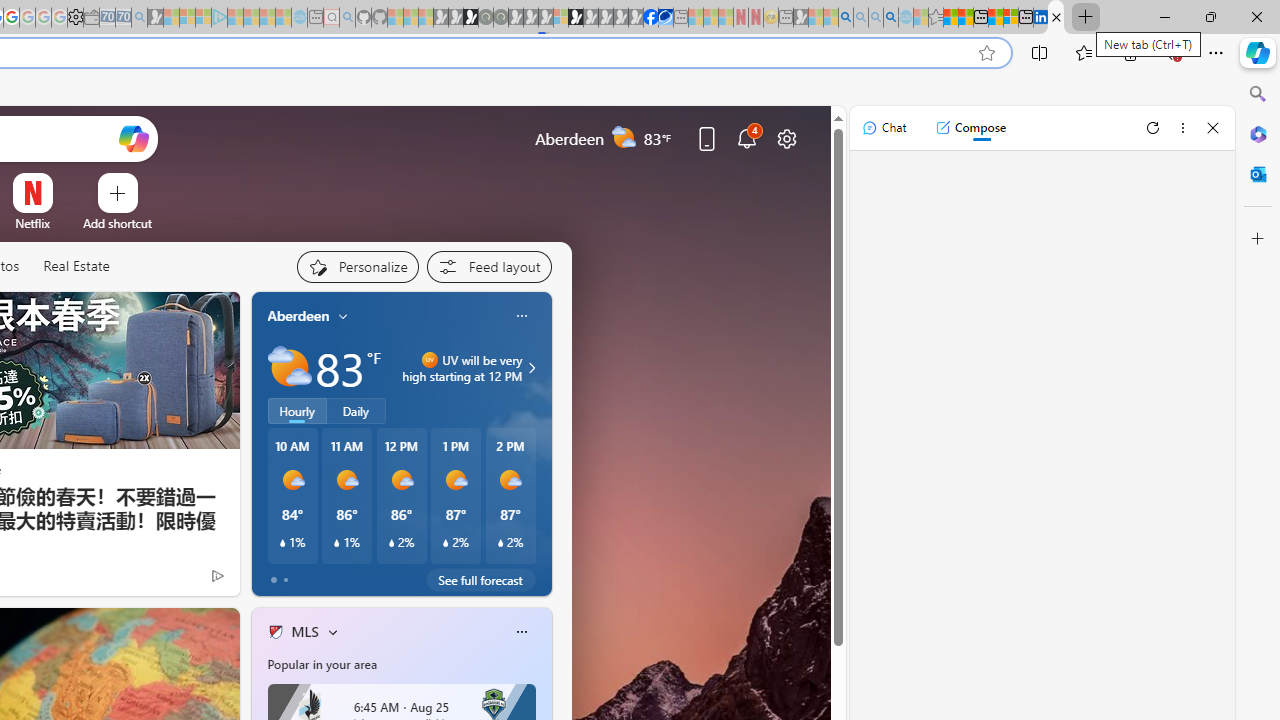  What do you see at coordinates (501, 17) in the screenshot?
I see `'Future Focus Report 2024 - Sleeping'` at bounding box center [501, 17].